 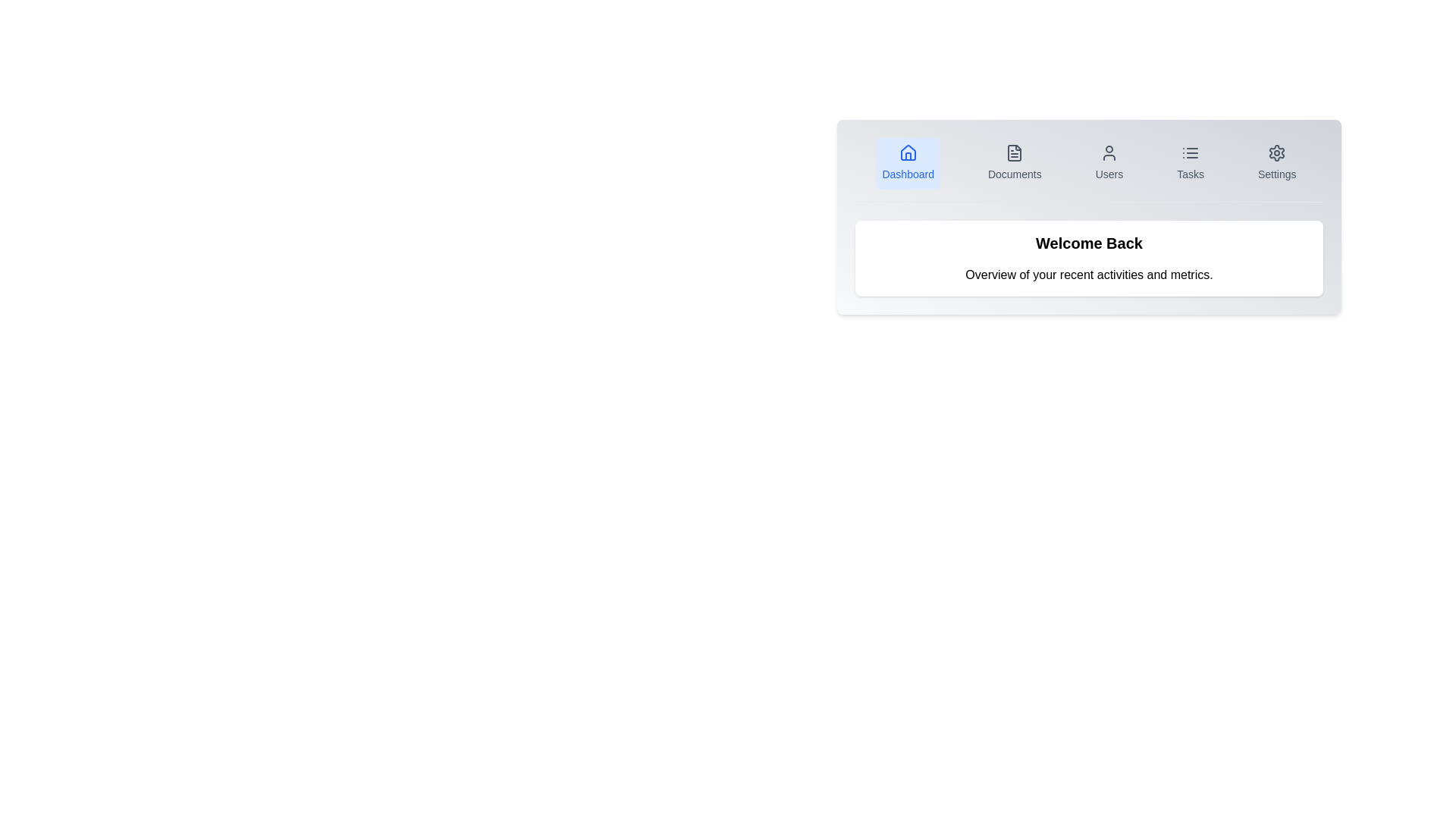 I want to click on the 'Documents' label in the navigation menu bar, so click(x=1015, y=174).